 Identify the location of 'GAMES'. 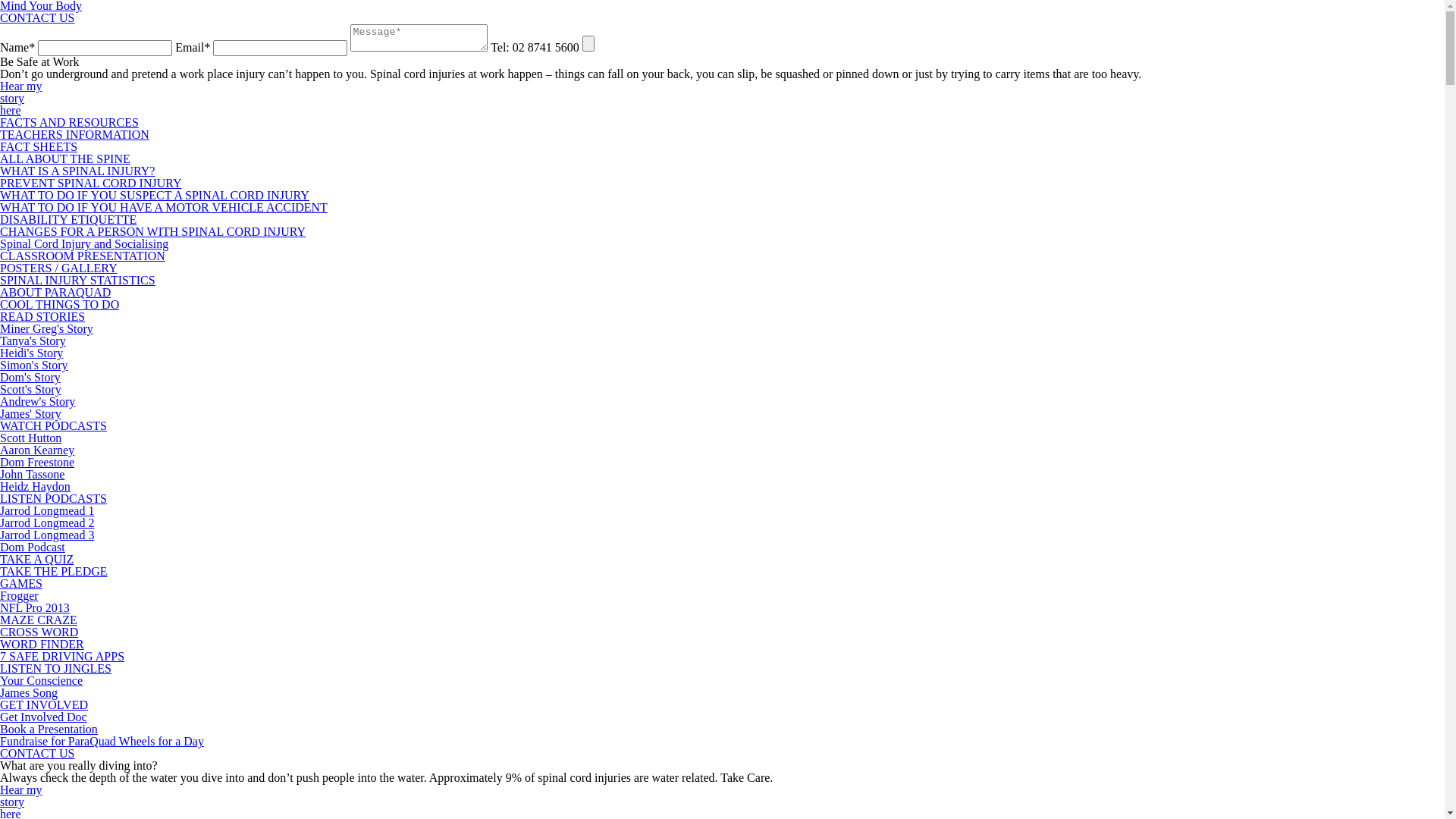
(21, 582).